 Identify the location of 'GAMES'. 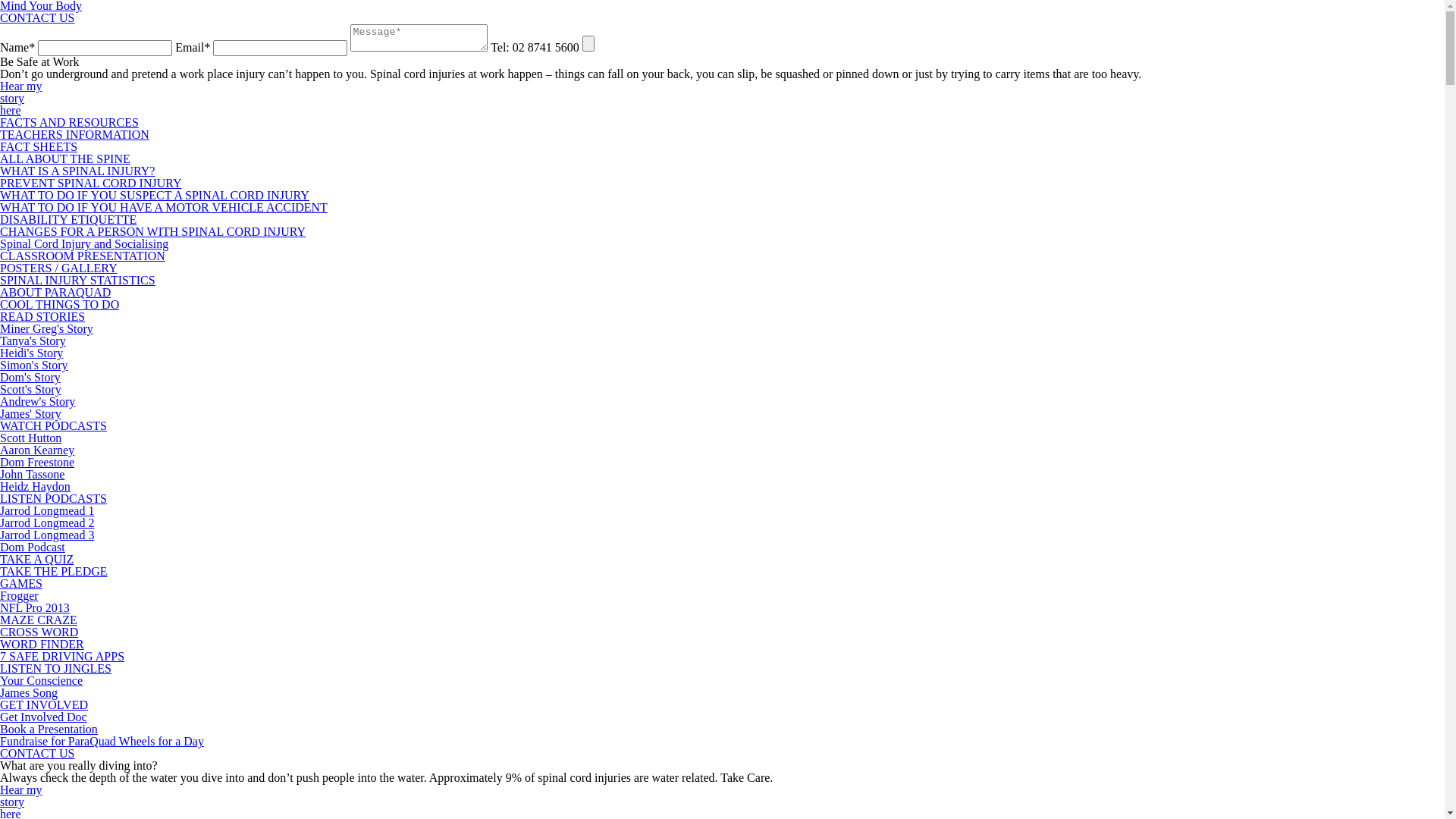
(21, 582).